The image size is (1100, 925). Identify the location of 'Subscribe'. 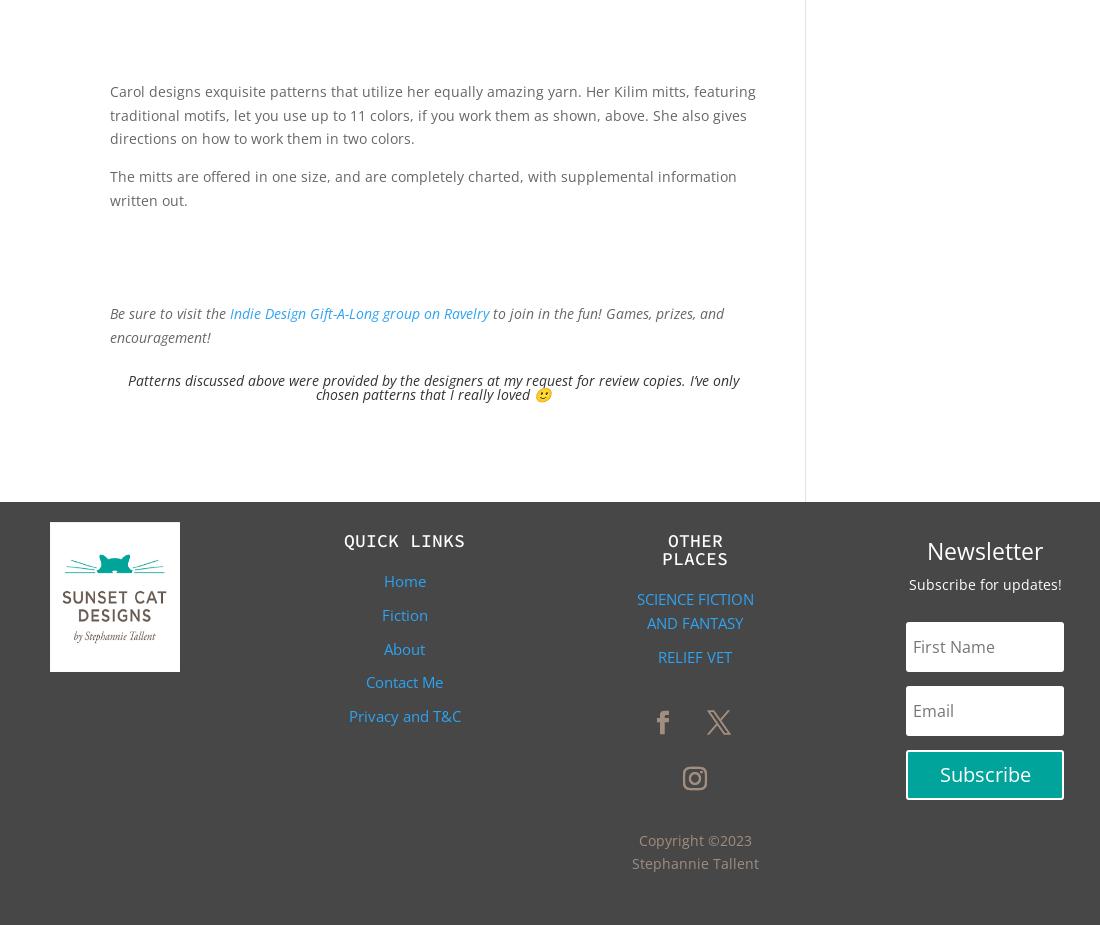
(938, 773).